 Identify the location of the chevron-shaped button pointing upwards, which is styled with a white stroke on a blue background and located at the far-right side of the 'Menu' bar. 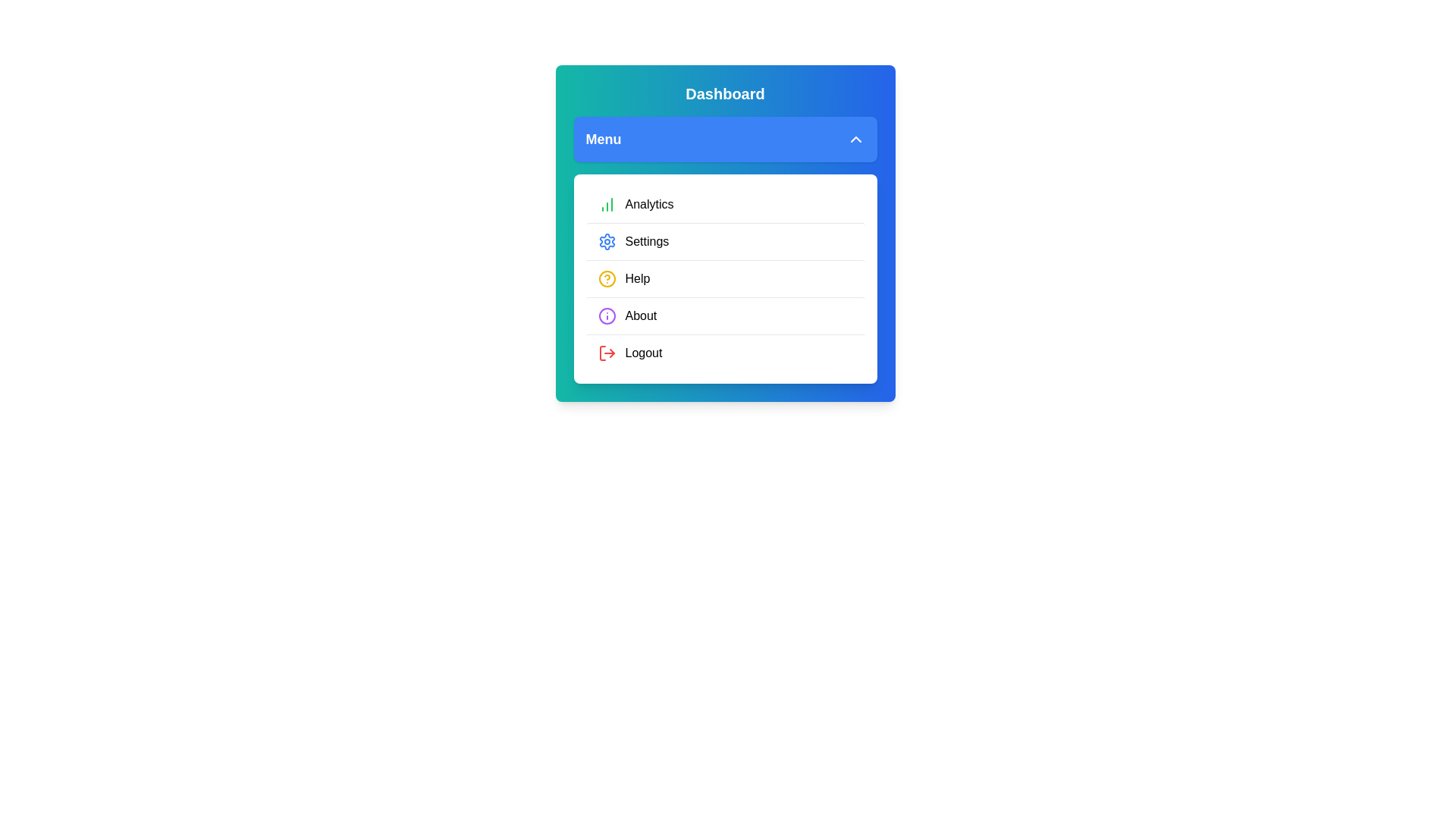
(855, 140).